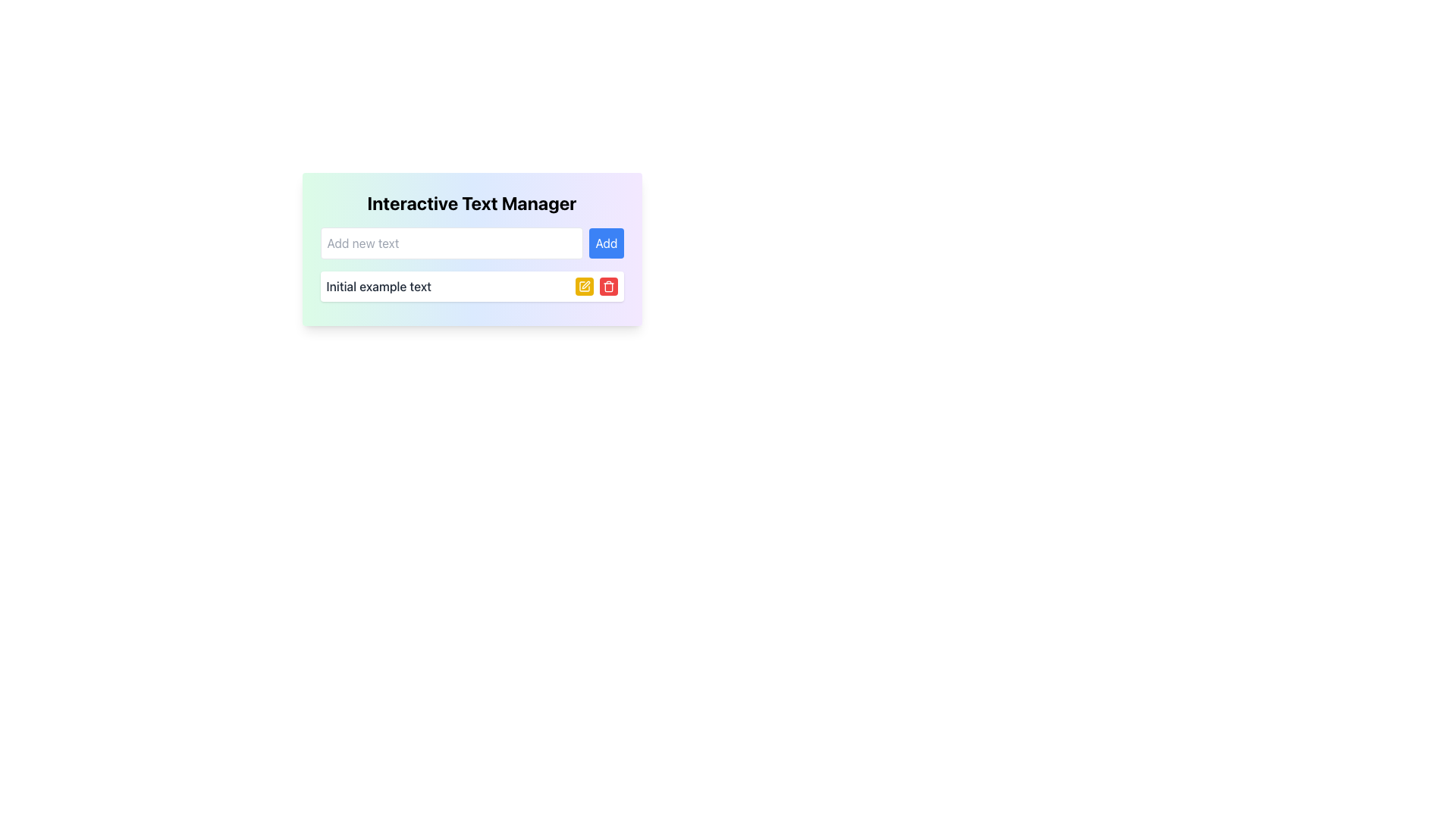 This screenshot has height=819, width=1456. I want to click on the square pen icon located inside a yellow button, which is to the left of the red trash icon button, in the same row as the text 'Initial example text', so click(583, 287).